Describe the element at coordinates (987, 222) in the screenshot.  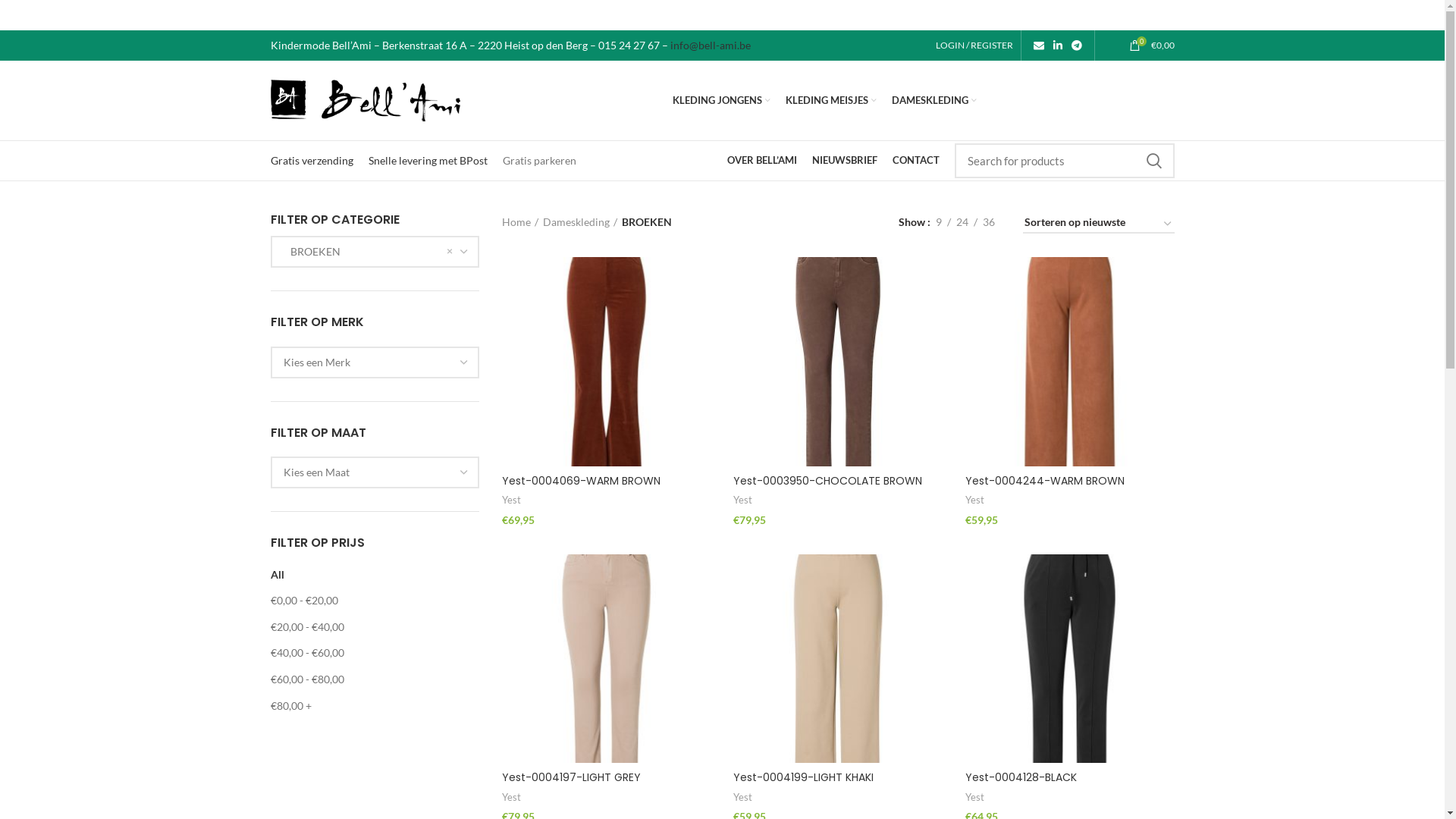
I see `'36'` at that location.